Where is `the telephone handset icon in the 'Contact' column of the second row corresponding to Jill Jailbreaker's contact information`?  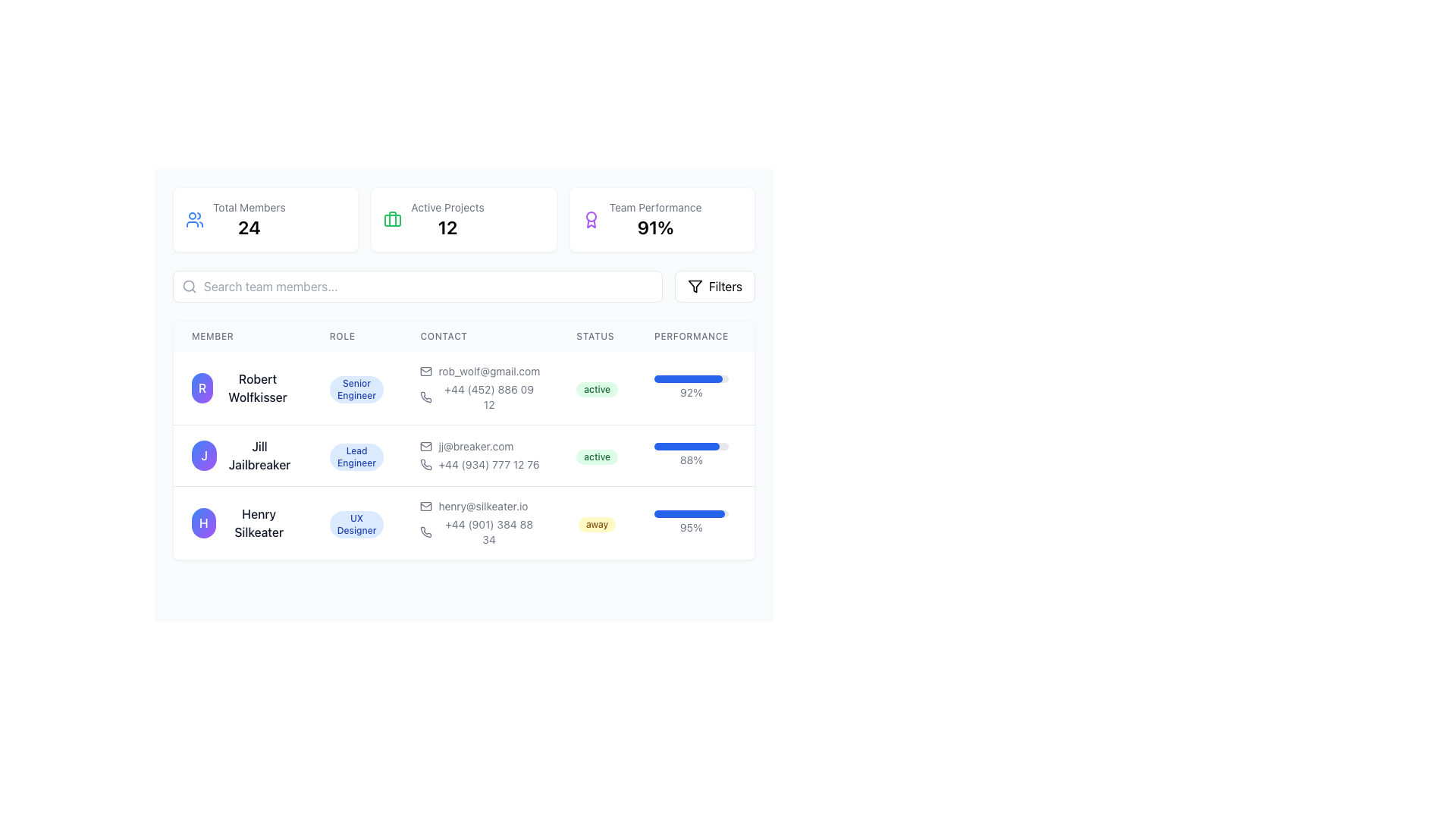
the telephone handset icon in the 'Contact' column of the second row corresponding to Jill Jailbreaker's contact information is located at coordinates (425, 464).